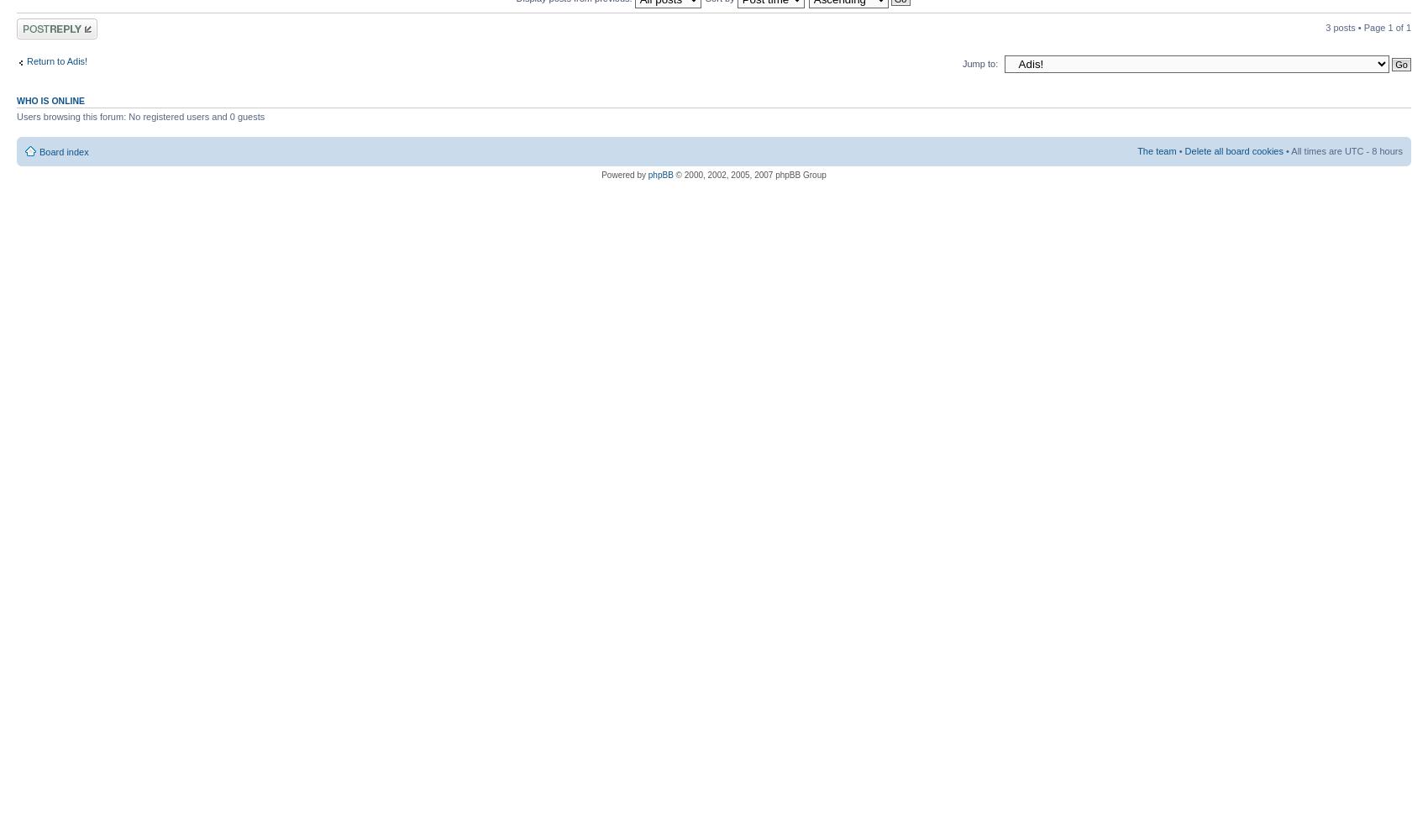  What do you see at coordinates (980, 62) in the screenshot?
I see `'Jump to:'` at bounding box center [980, 62].